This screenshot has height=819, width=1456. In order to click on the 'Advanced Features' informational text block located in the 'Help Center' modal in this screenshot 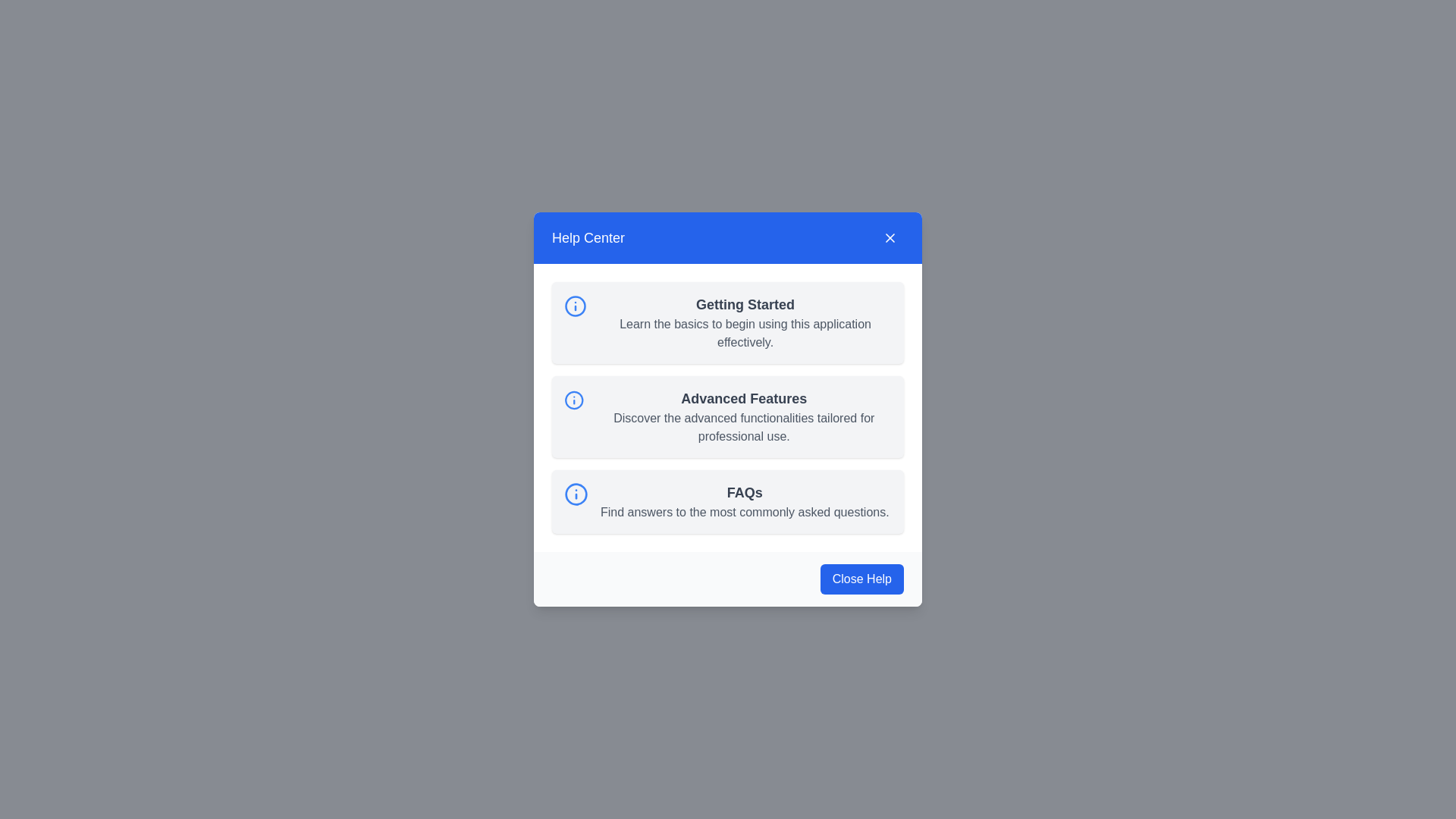, I will do `click(744, 417)`.